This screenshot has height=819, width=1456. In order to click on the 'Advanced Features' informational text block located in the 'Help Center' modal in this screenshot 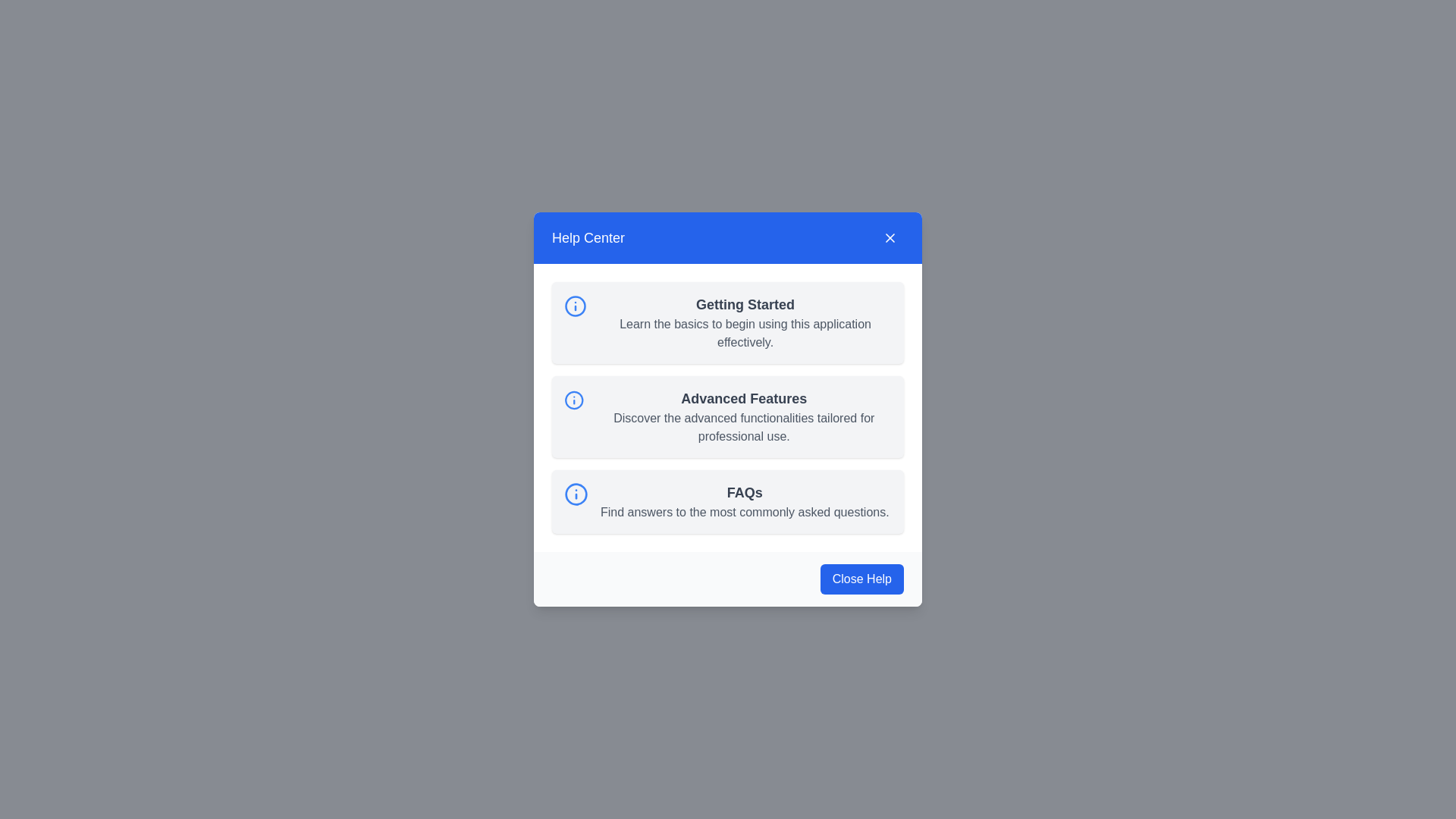, I will do `click(744, 417)`.